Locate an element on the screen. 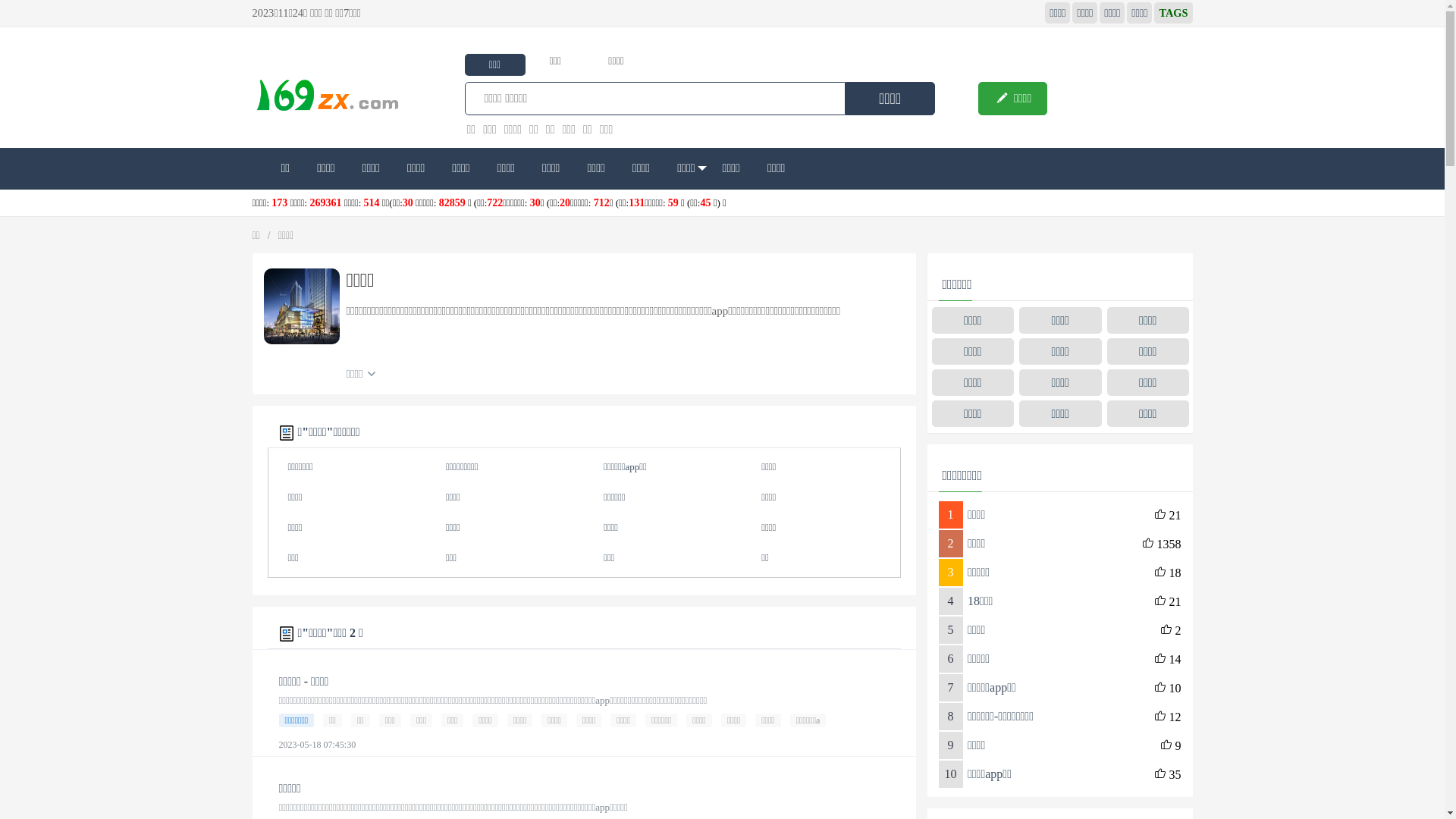 The width and height of the screenshot is (1456, 819). 'TAGS' is located at coordinates (1172, 12).